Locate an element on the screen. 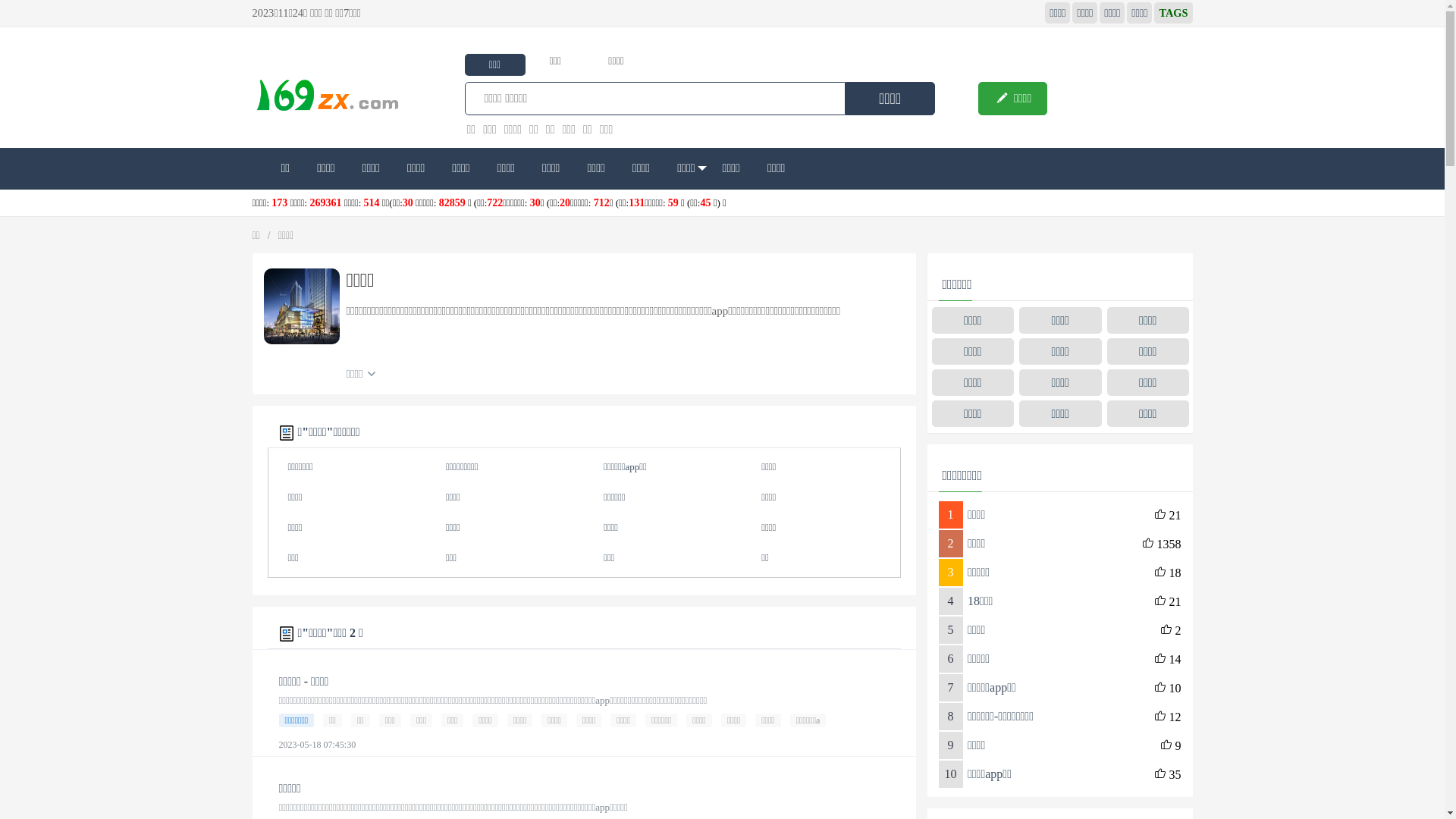 The width and height of the screenshot is (1456, 819). 'TAGS' is located at coordinates (1172, 12).